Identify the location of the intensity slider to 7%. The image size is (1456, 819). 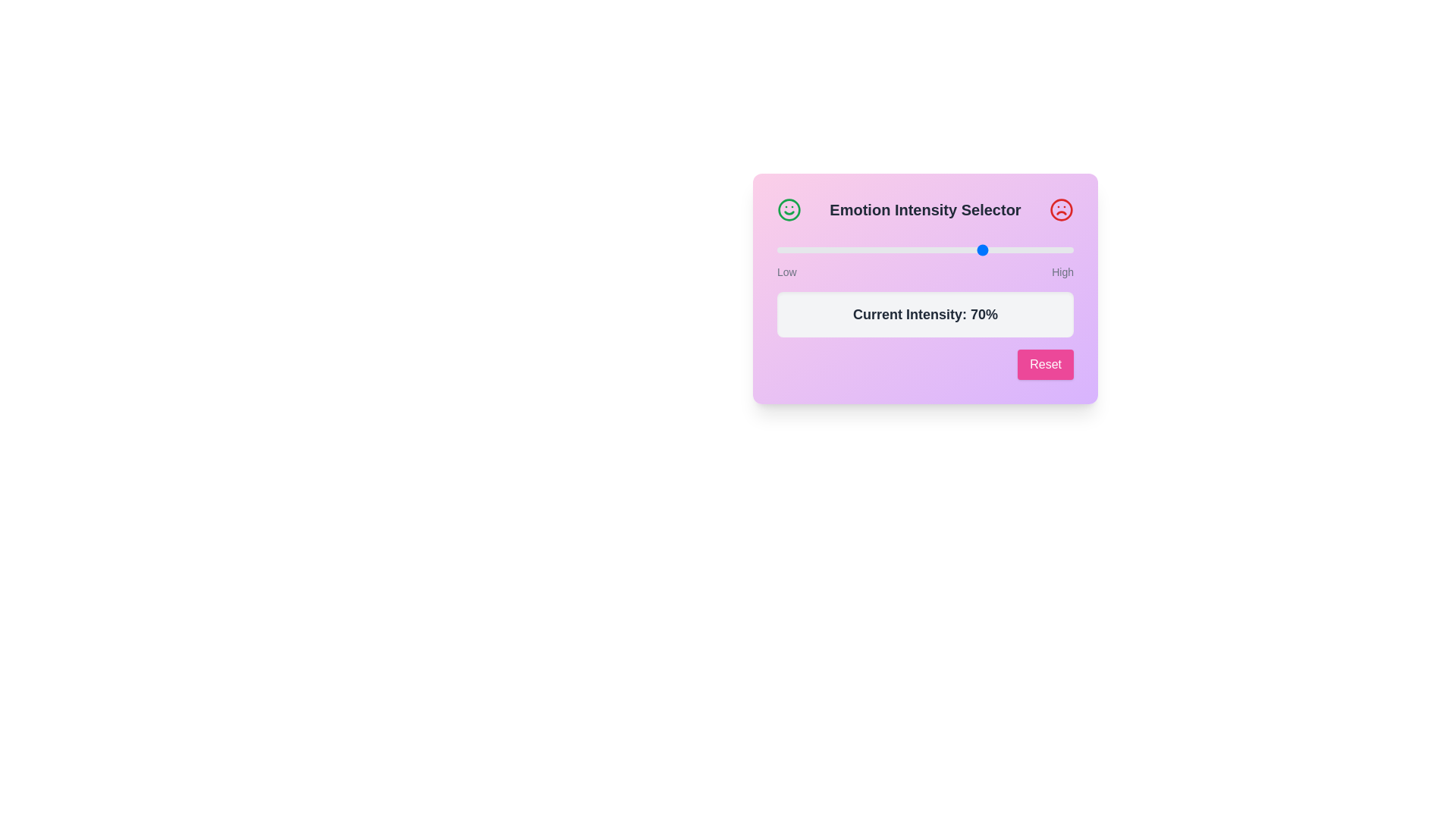
(797, 249).